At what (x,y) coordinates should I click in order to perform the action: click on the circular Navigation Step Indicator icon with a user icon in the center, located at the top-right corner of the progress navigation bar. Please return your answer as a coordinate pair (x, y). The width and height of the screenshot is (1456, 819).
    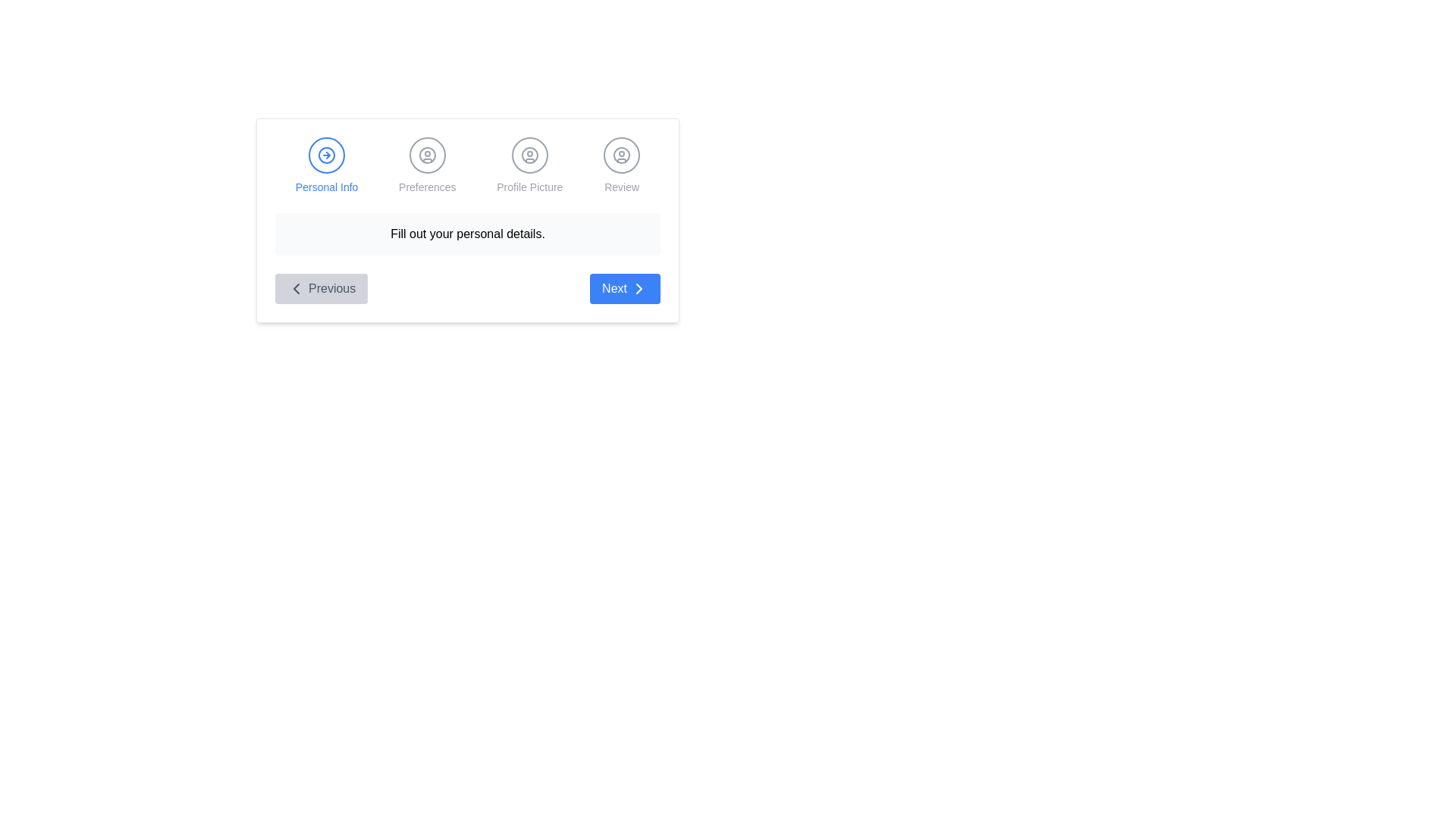
    Looking at the image, I should click on (622, 155).